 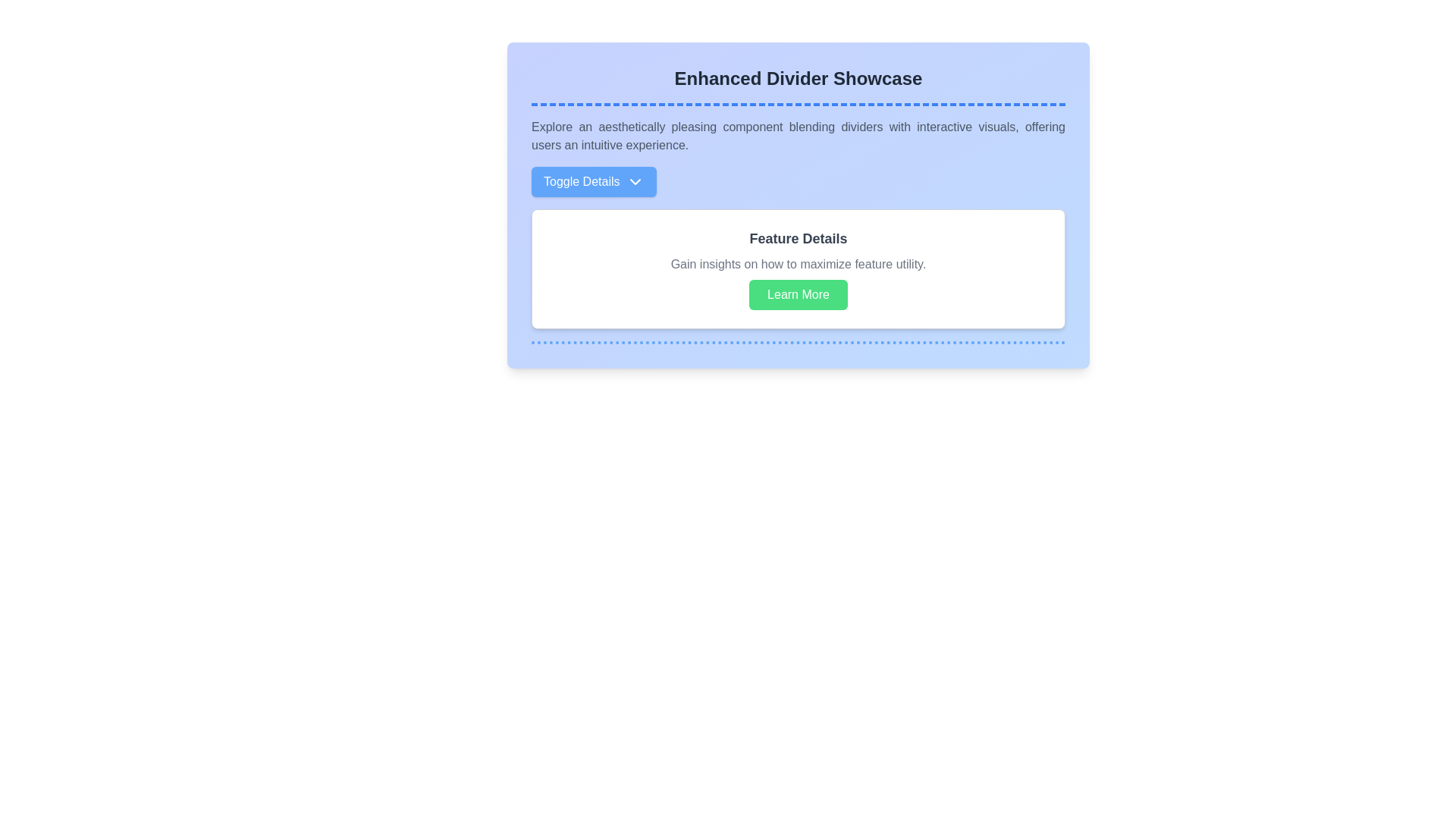 What do you see at coordinates (593, 180) in the screenshot?
I see `the button that toggles the visibility of detailed information in the panel` at bounding box center [593, 180].